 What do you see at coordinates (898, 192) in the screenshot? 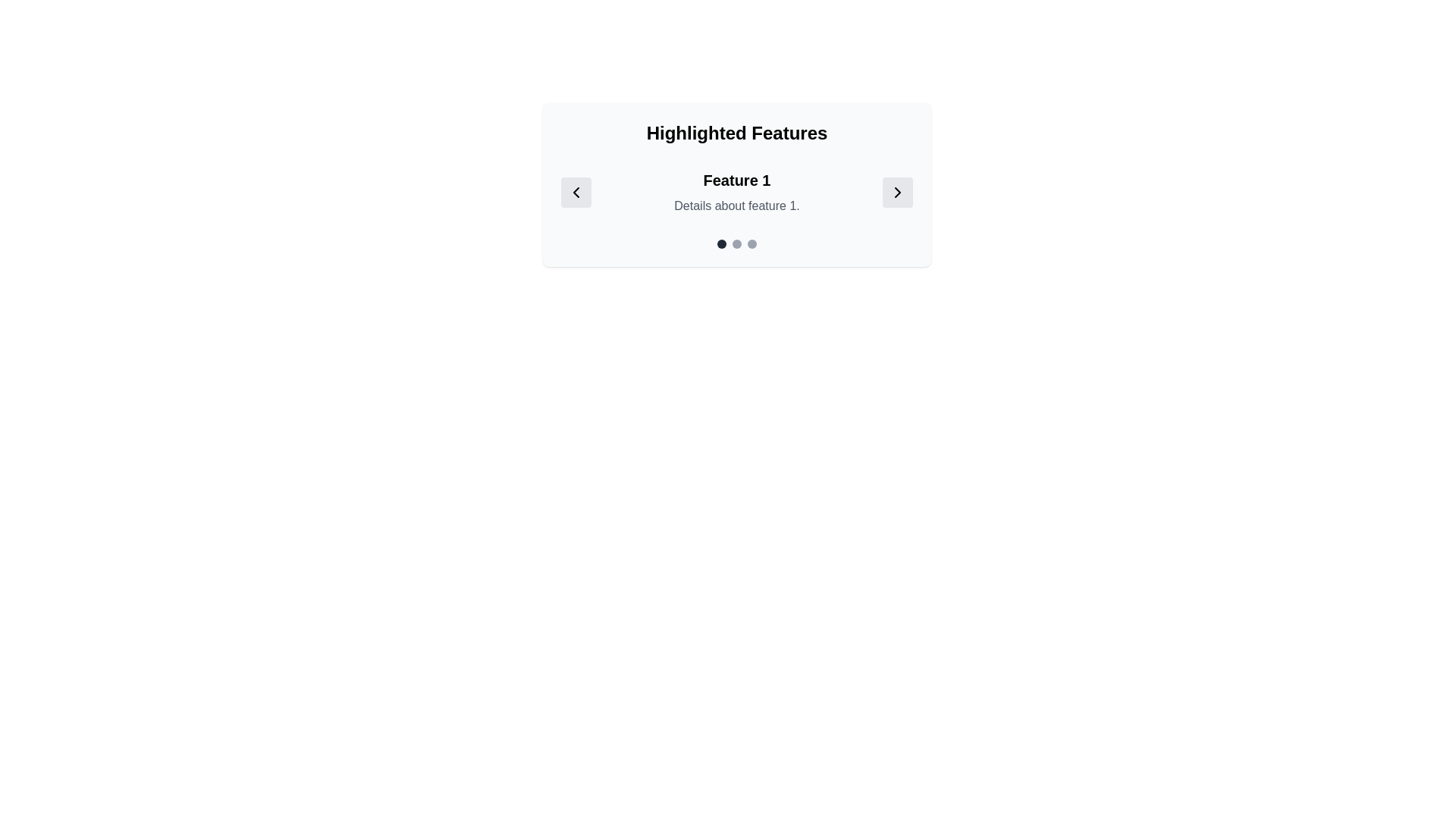
I see `the rightward-pointing chevron icon within the rightward navigation button` at bounding box center [898, 192].